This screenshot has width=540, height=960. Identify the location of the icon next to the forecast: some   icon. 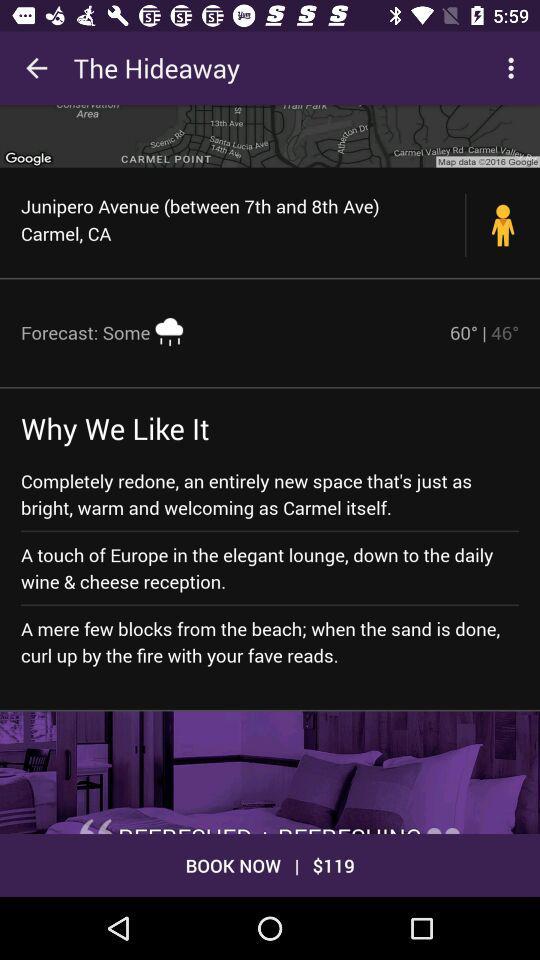
(483, 332).